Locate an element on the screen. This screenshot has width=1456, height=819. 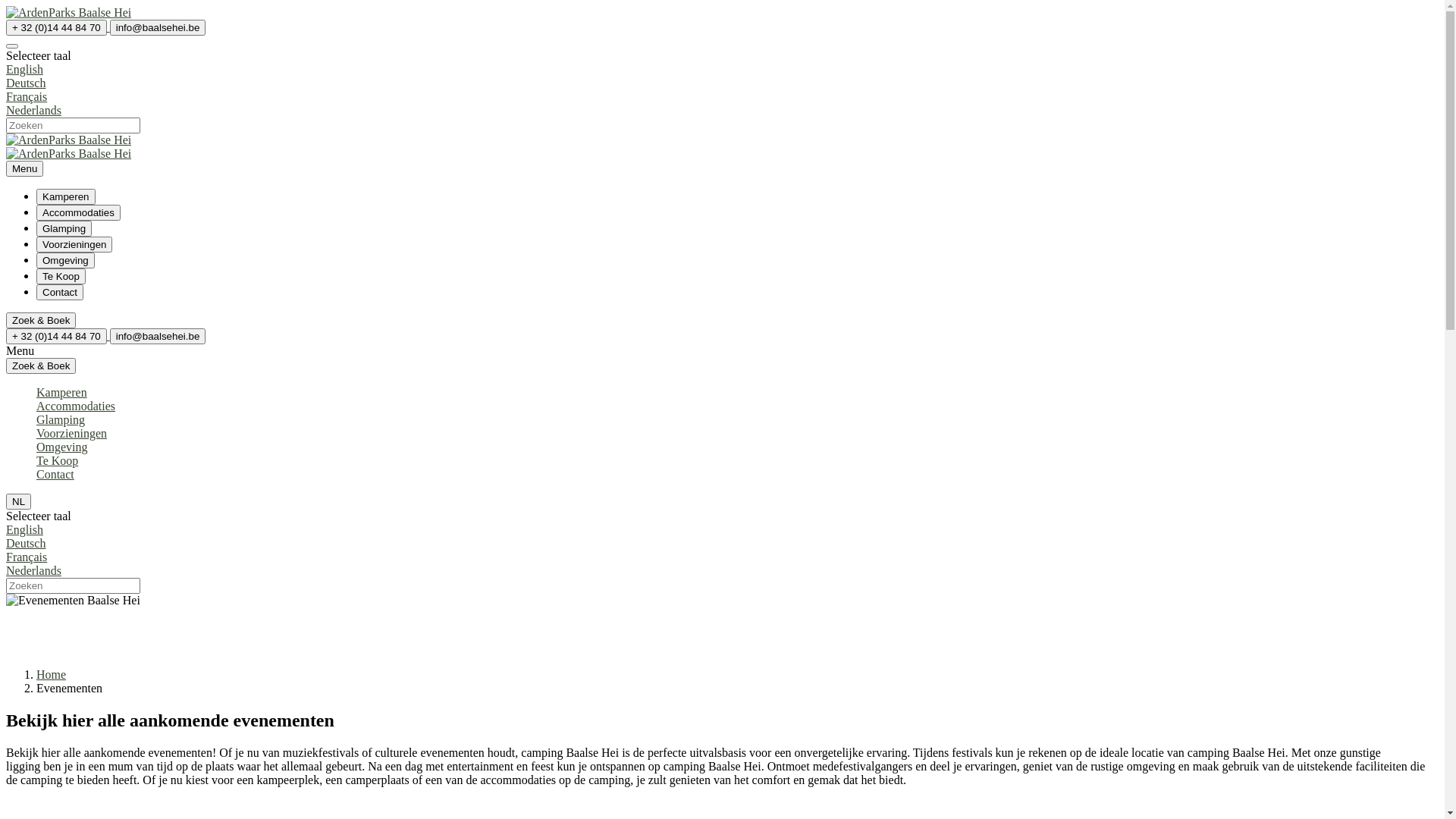
'Kamperen' is located at coordinates (36, 195).